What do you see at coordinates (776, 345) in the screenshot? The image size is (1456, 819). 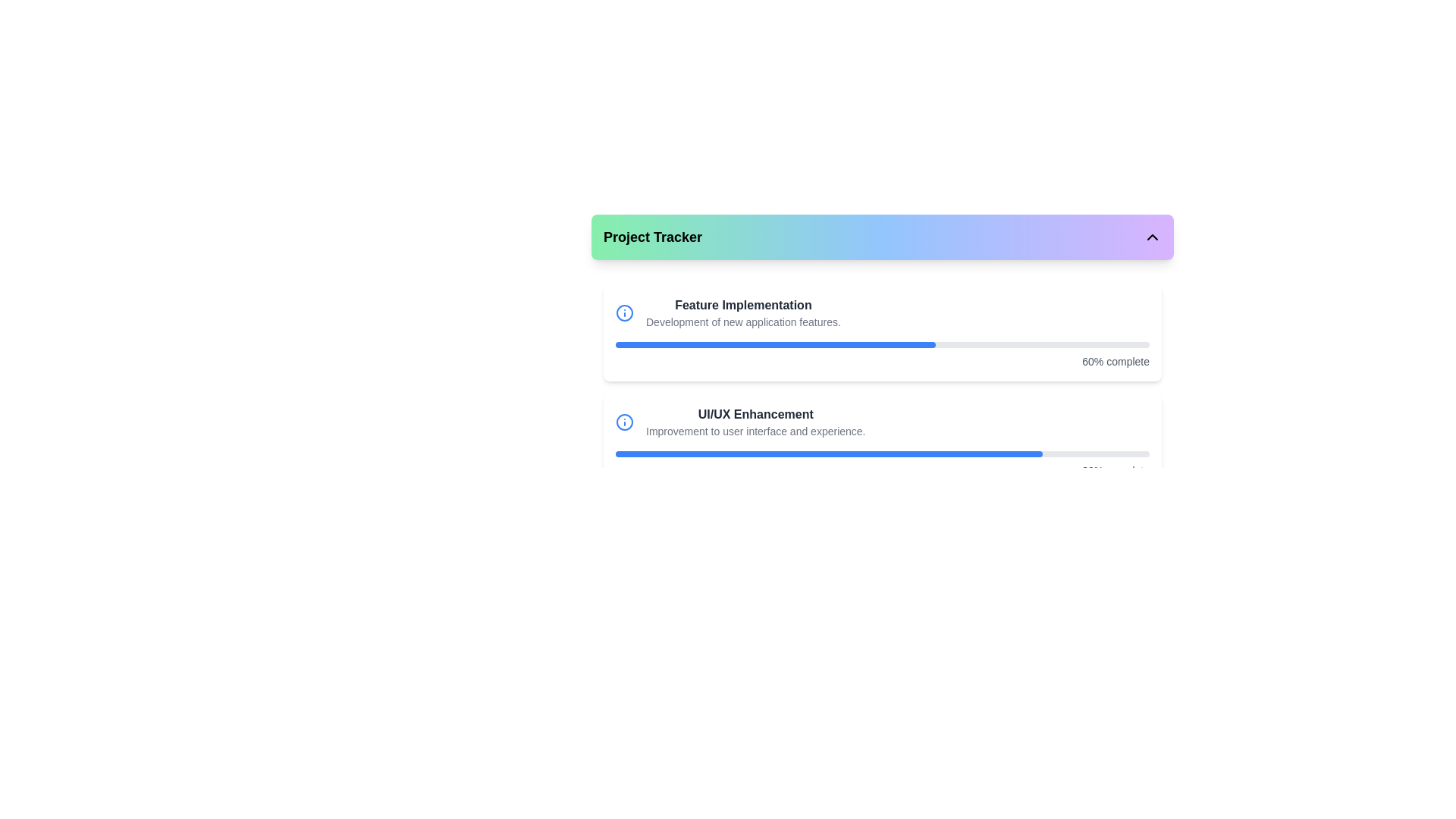 I see `Progress Bar Filling element, which visually represents the completion percentage for the 'Feature Implementation' task, located below the 'Feature Implementation' heading` at bounding box center [776, 345].